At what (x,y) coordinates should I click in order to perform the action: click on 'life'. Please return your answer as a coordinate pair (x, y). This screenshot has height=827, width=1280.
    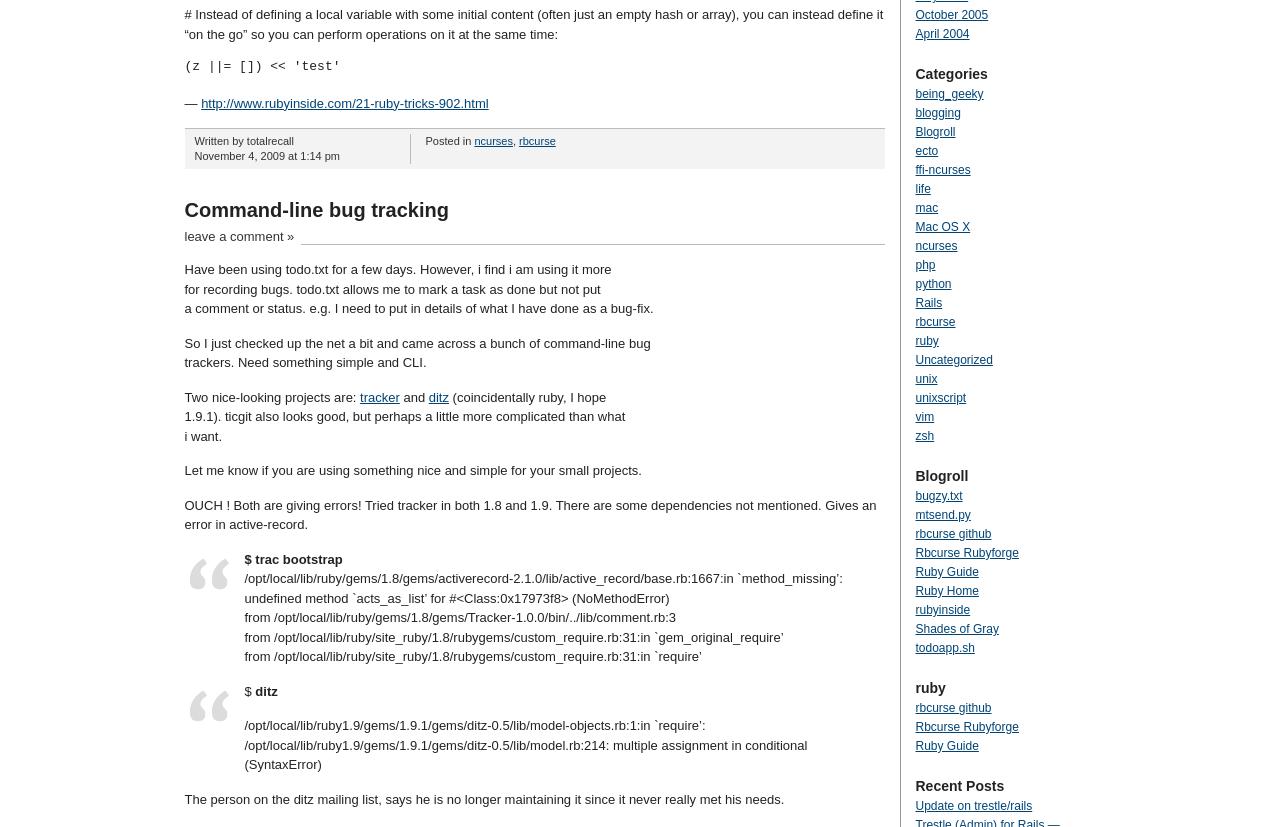
    Looking at the image, I should click on (921, 187).